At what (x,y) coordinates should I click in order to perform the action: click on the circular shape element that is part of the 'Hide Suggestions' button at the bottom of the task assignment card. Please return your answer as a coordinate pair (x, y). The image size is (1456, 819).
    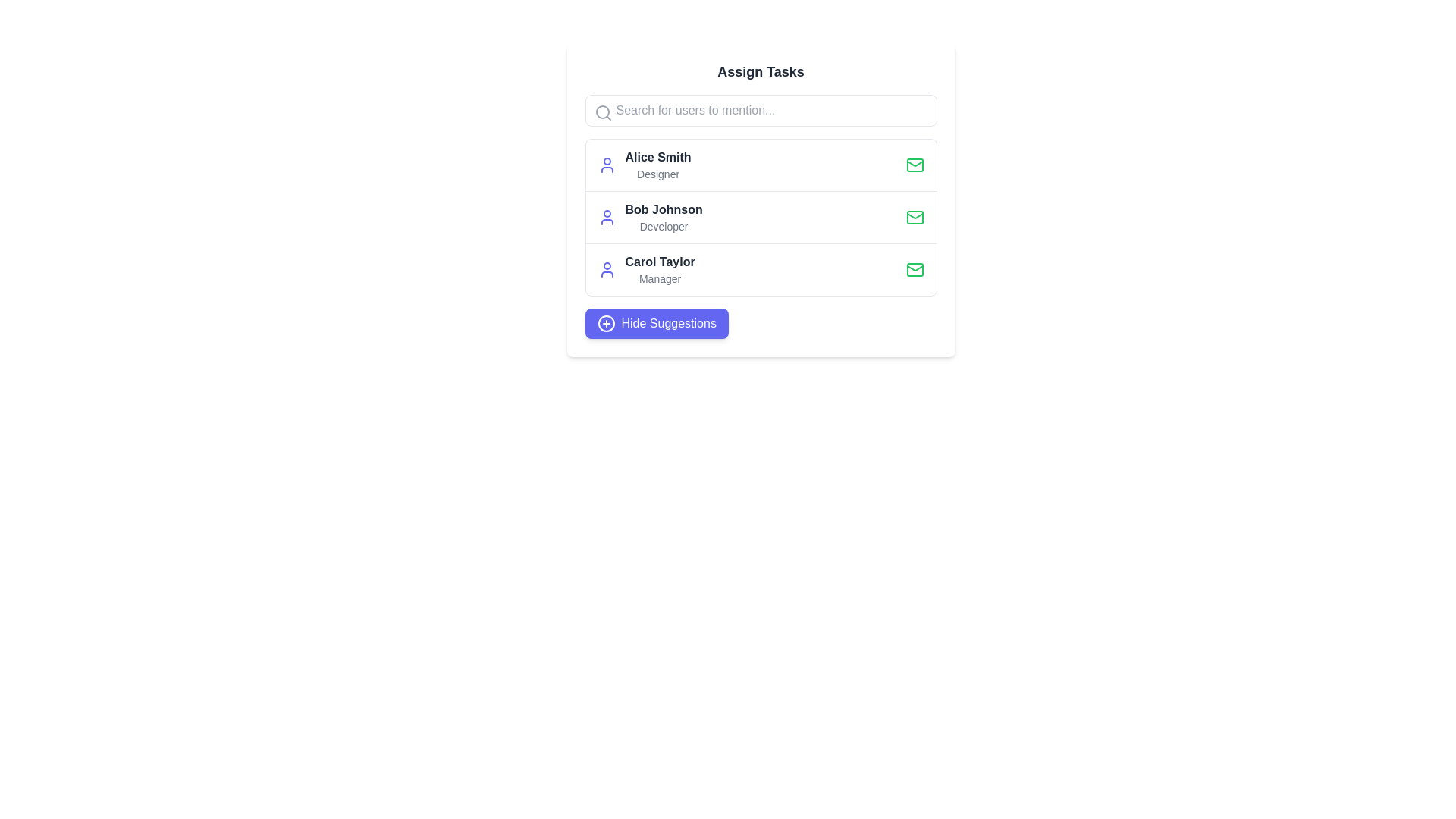
    Looking at the image, I should click on (605, 323).